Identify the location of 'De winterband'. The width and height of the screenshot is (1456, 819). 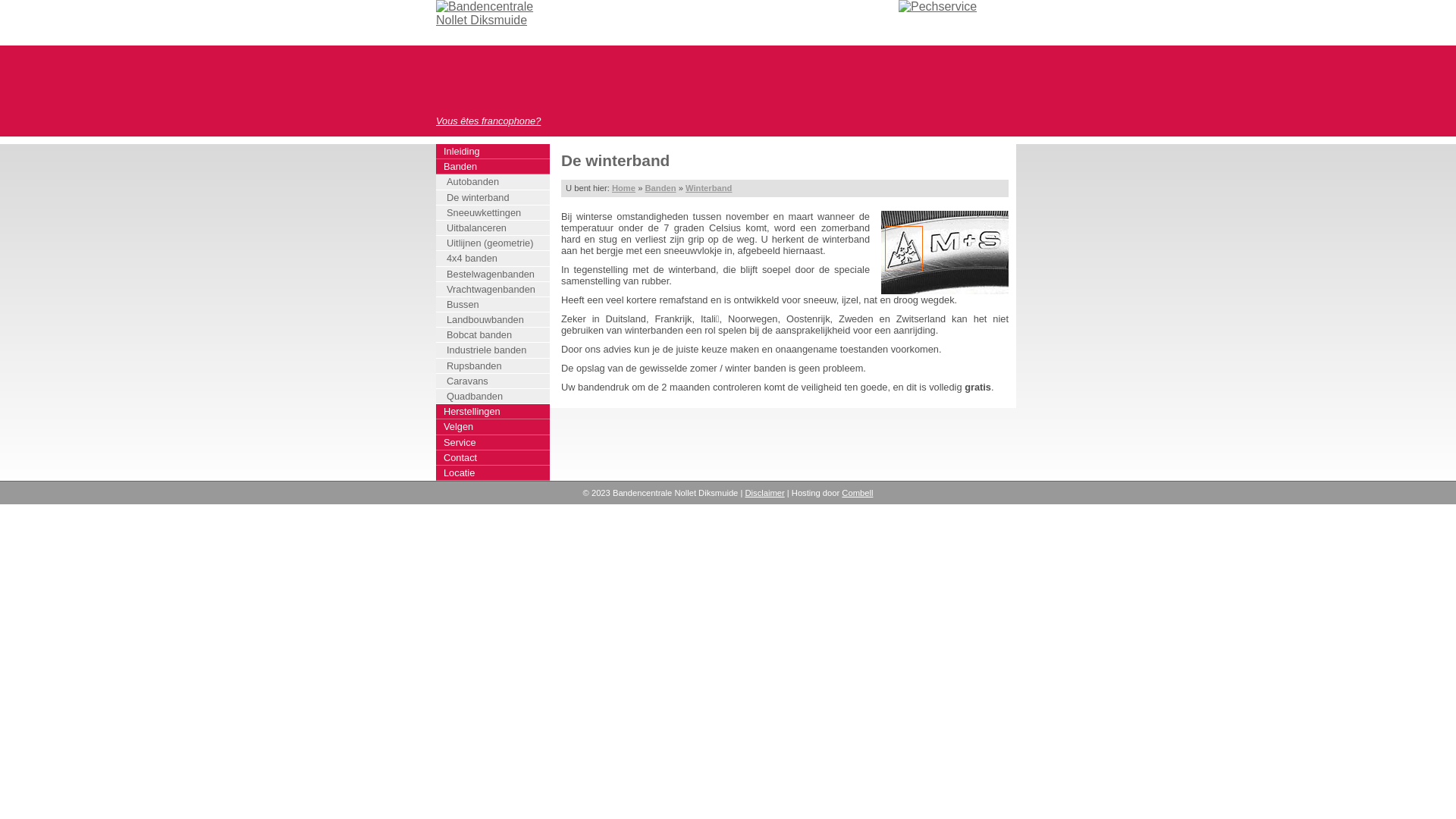
(494, 197).